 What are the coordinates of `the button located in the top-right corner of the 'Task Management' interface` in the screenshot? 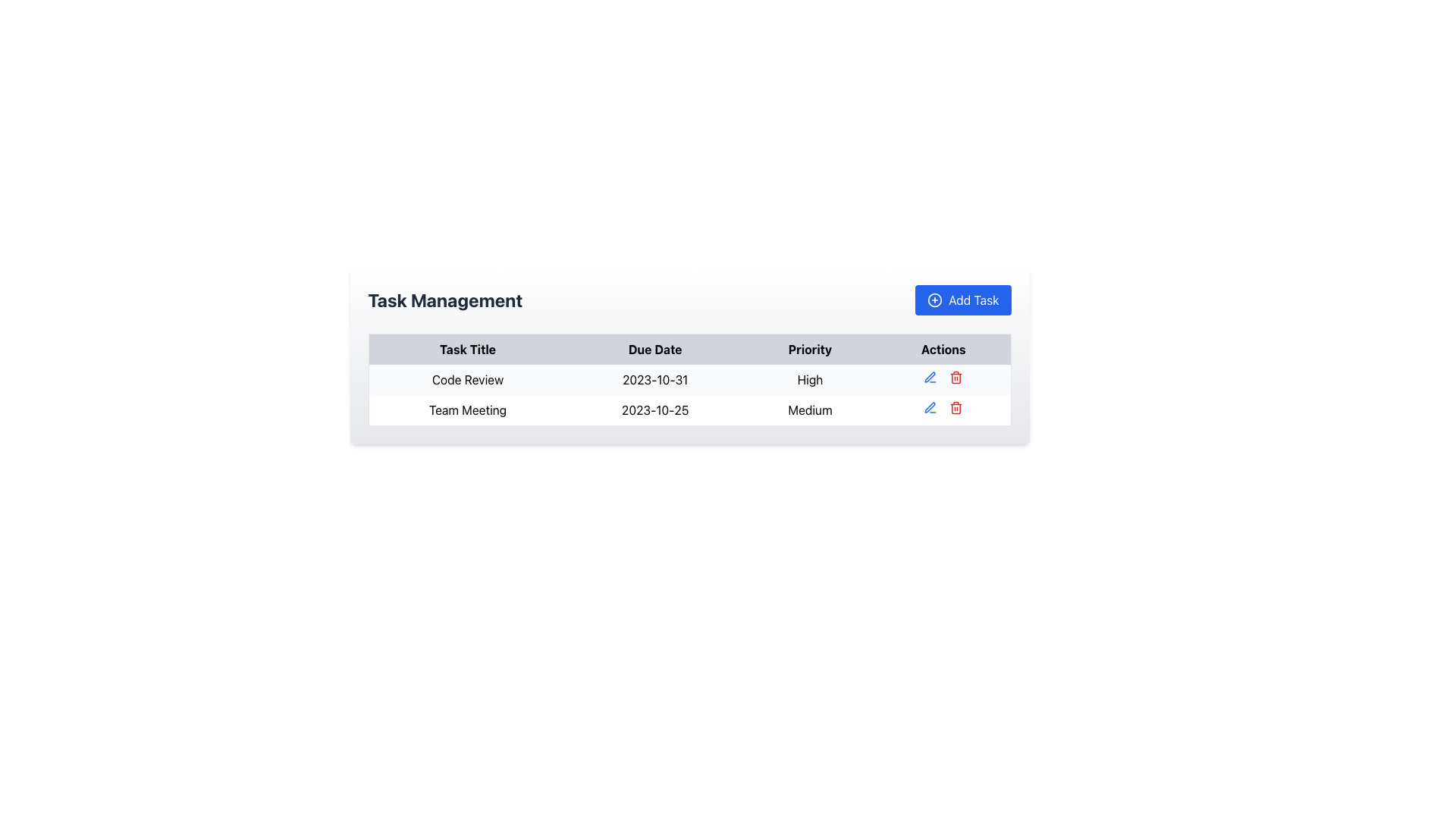 It's located at (962, 300).